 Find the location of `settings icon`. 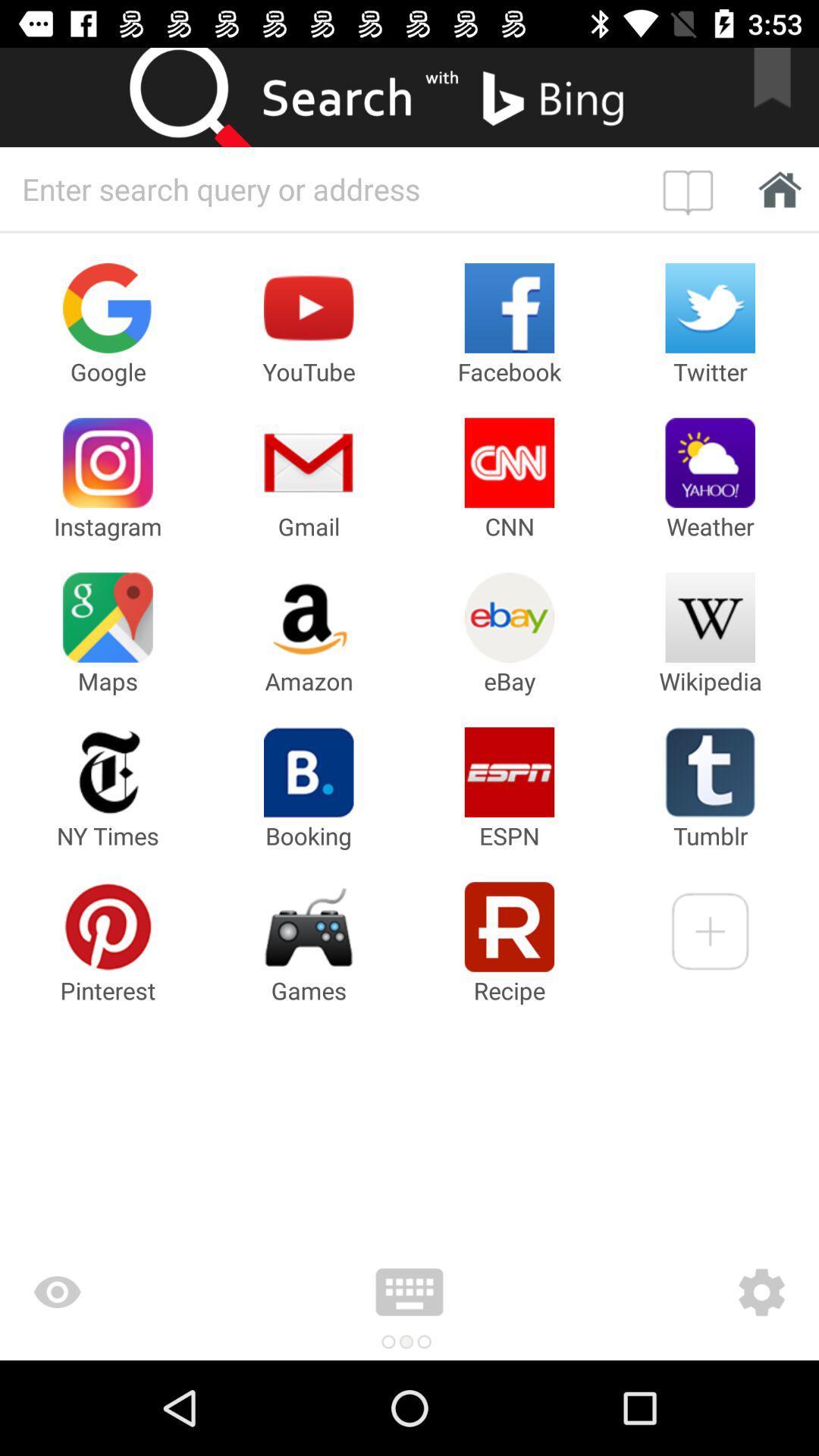

settings icon is located at coordinates (671, 1291).